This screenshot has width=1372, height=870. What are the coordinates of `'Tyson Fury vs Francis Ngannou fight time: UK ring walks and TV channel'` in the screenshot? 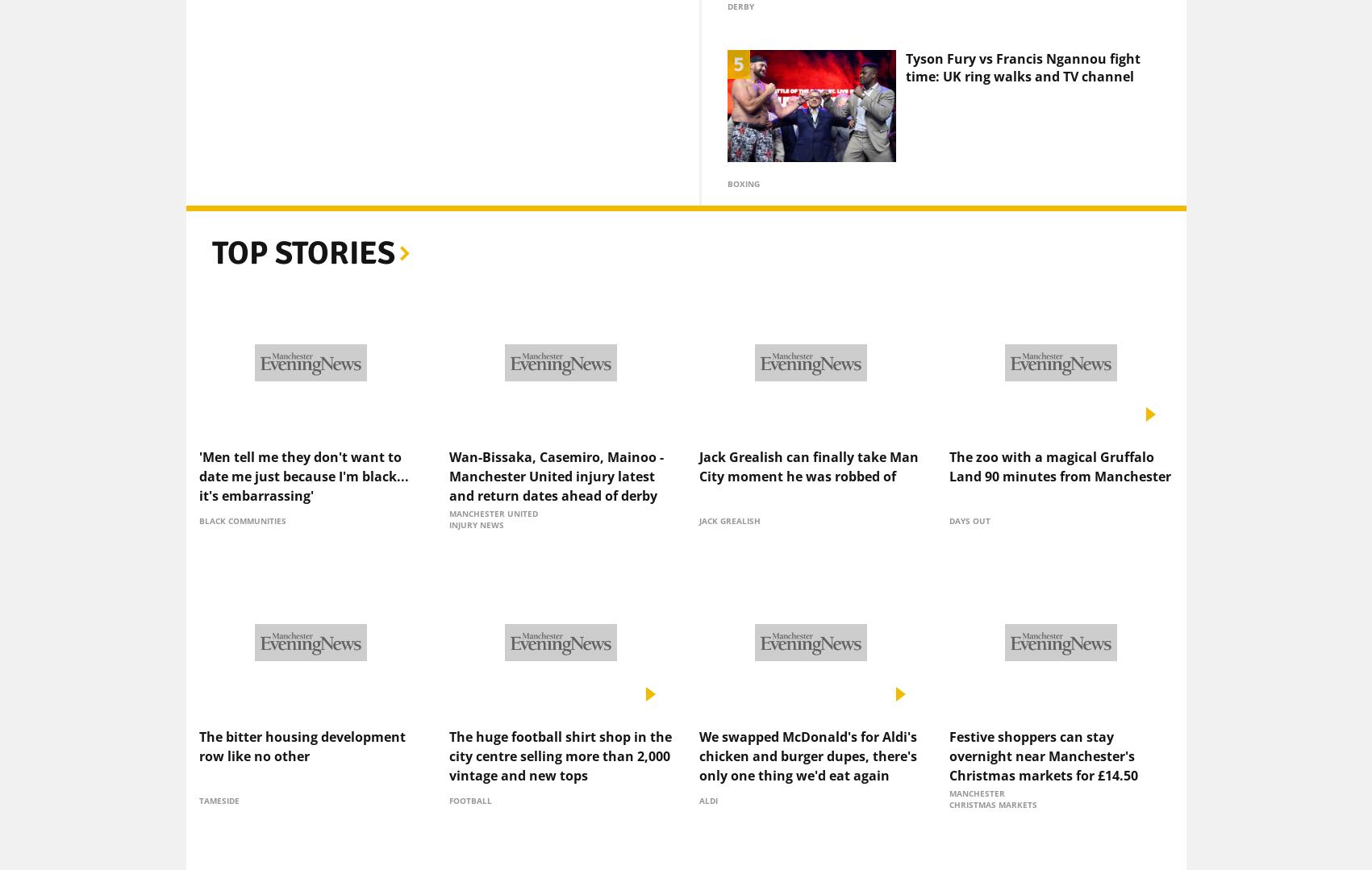 It's located at (903, 40).